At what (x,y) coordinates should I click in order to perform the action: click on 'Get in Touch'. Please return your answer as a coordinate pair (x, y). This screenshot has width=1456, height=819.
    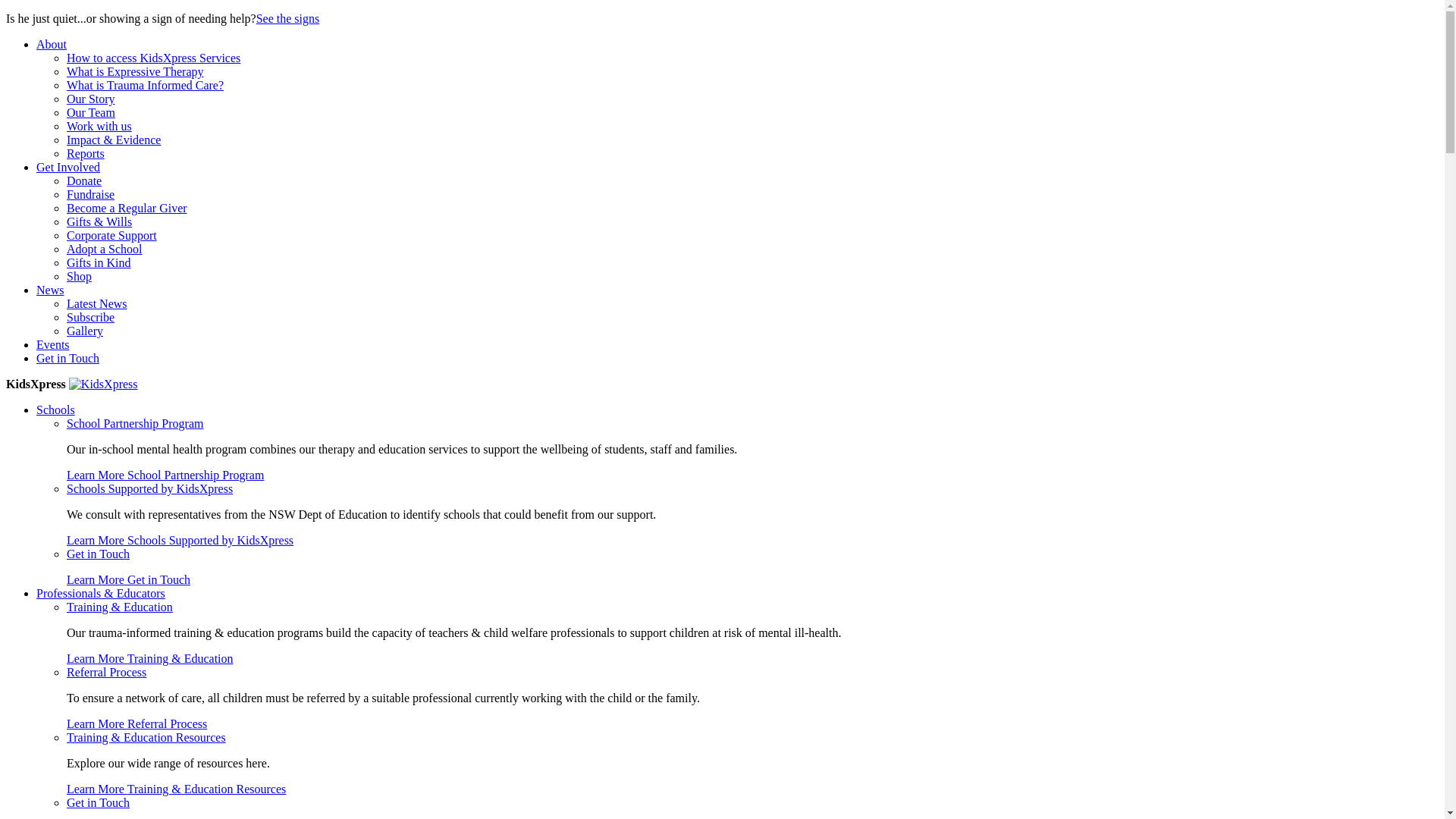
    Looking at the image, I should click on (67, 358).